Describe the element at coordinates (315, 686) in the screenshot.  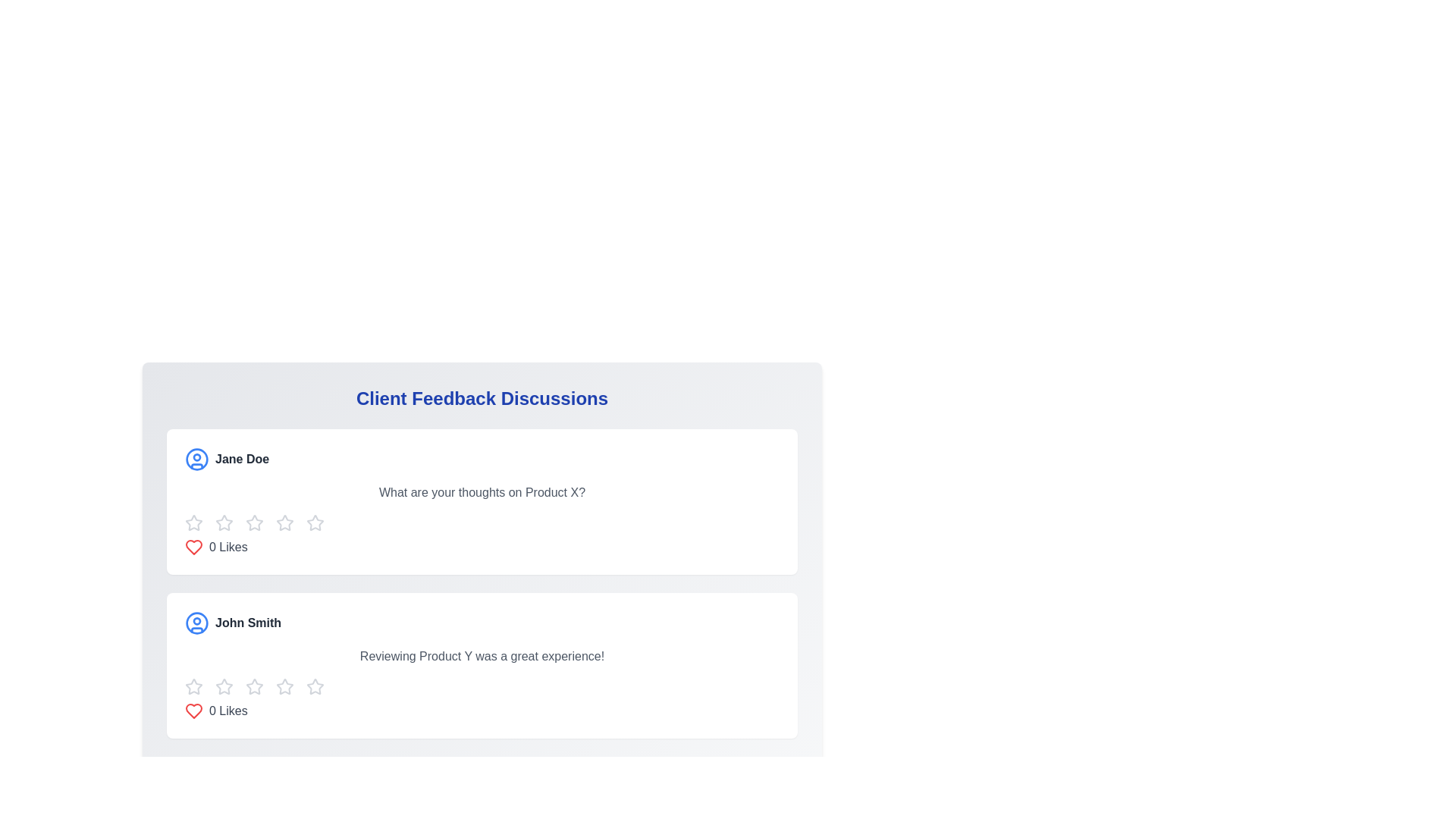
I see `the fourth star icon to rate the item in the feedback section provided by 'John Smith'` at that location.